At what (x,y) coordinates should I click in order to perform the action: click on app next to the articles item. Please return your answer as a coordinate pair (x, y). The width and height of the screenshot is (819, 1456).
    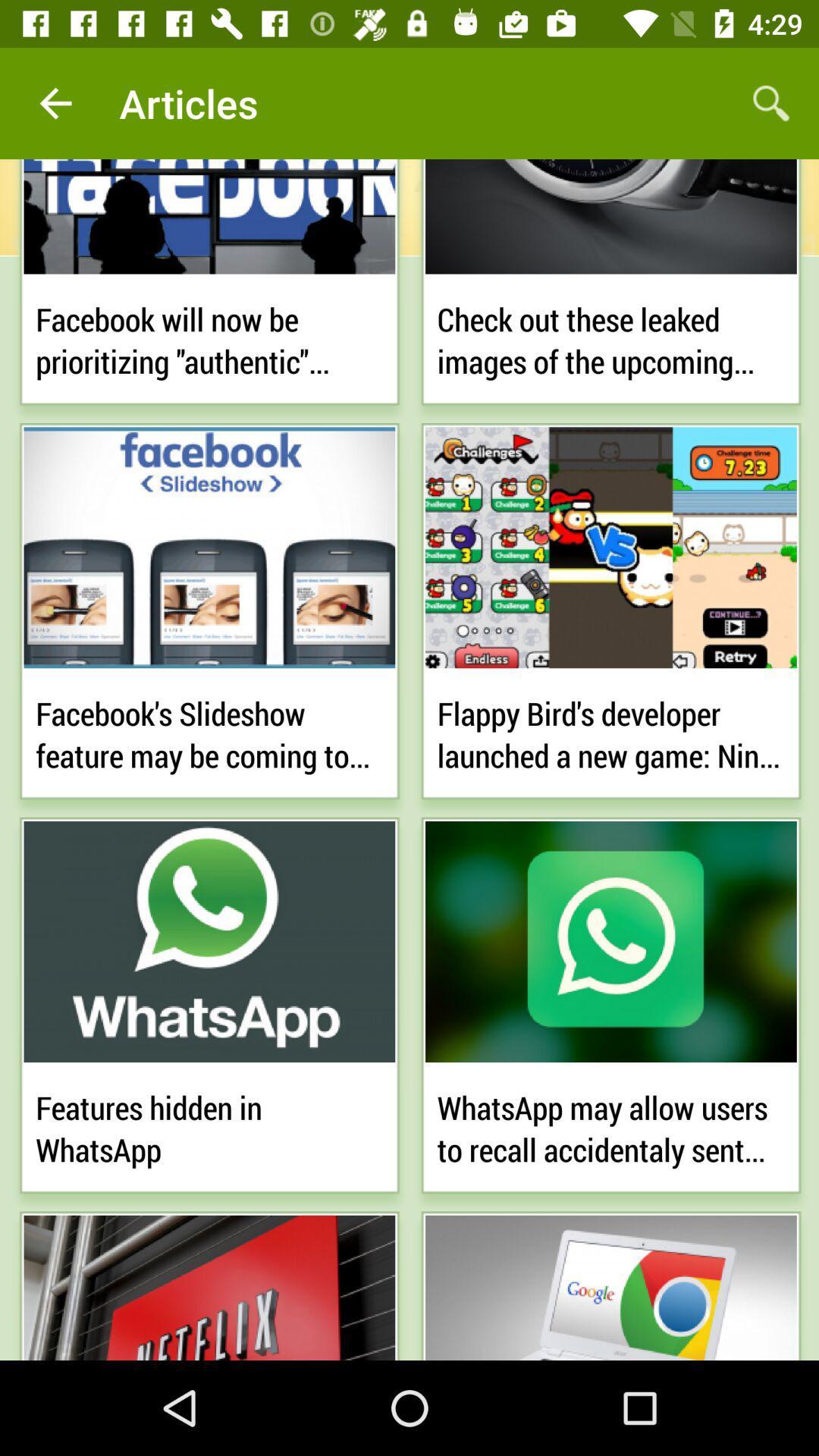
    Looking at the image, I should click on (55, 102).